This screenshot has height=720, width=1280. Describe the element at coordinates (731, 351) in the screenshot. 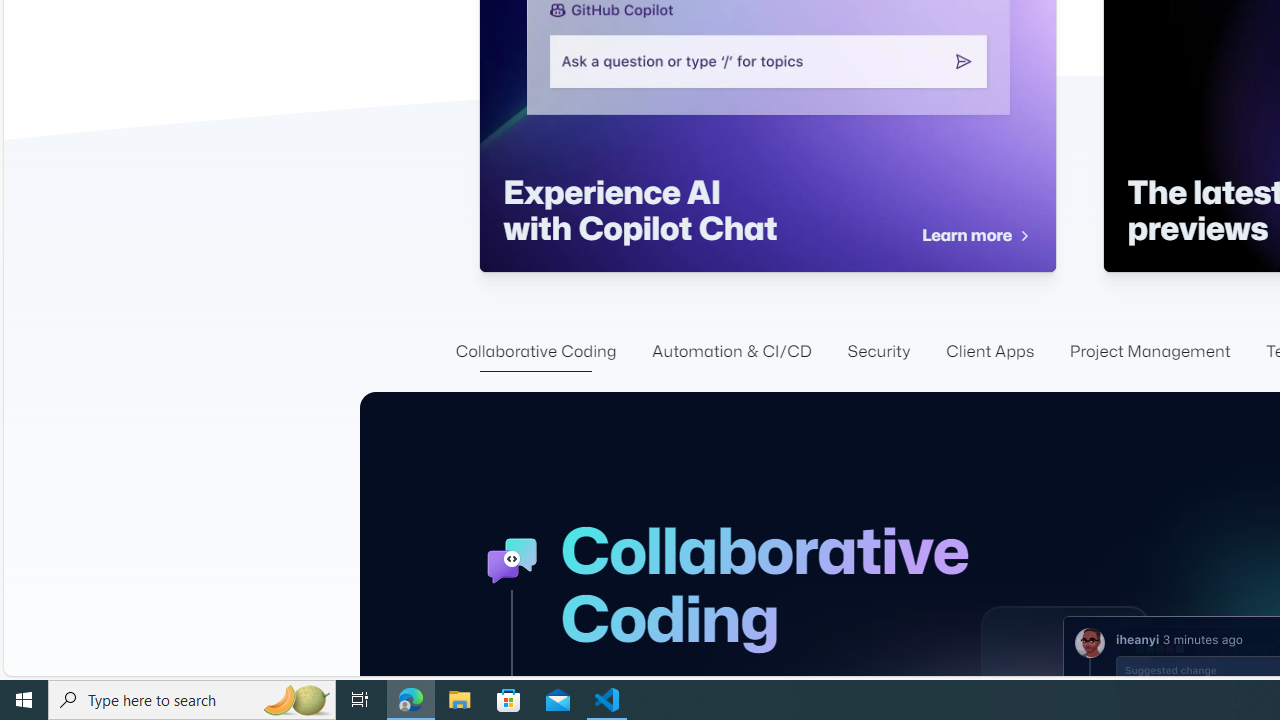

I see `'Automation & CI/CD'` at that location.